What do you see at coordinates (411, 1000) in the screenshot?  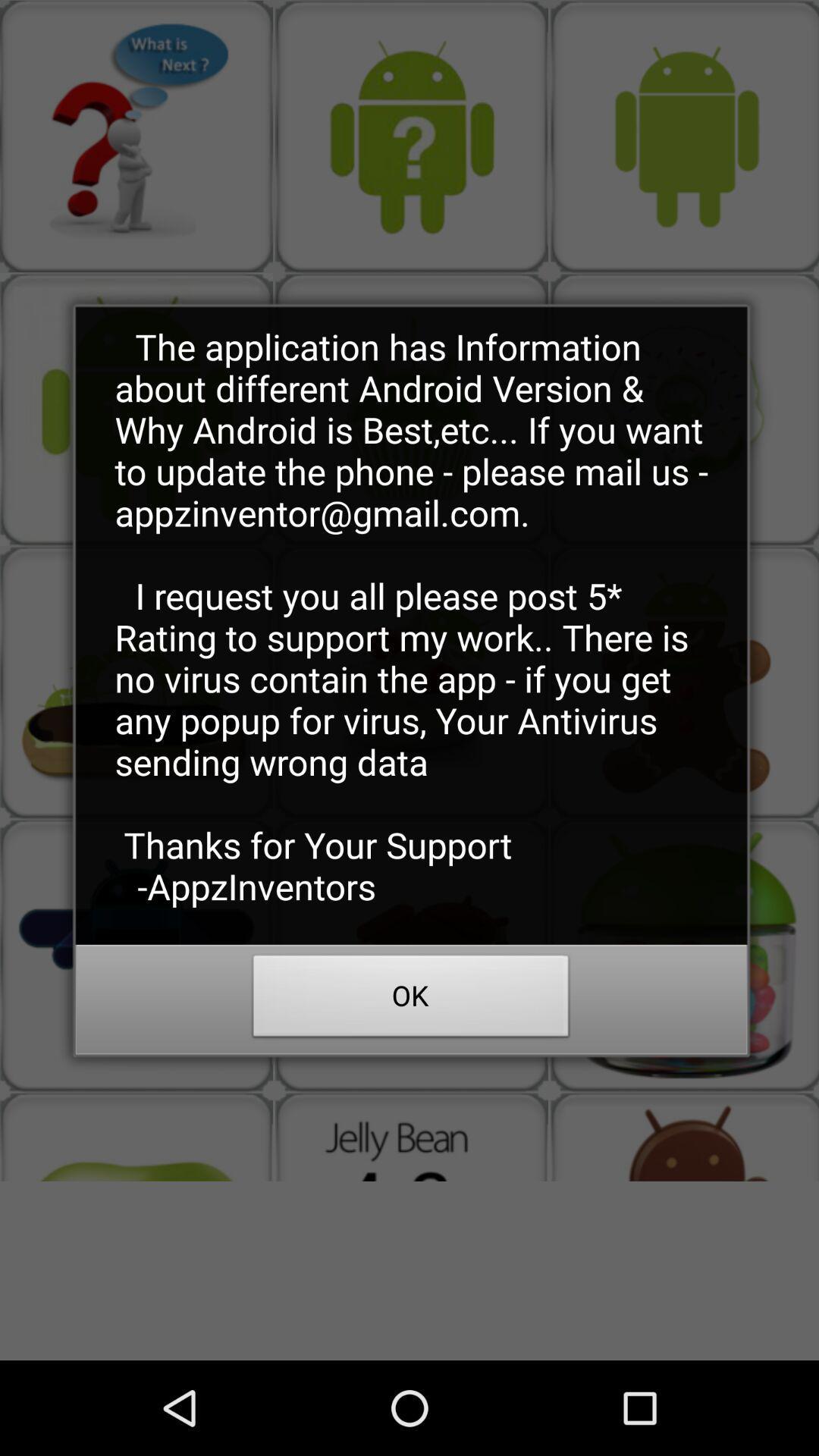 I see `ok button` at bounding box center [411, 1000].